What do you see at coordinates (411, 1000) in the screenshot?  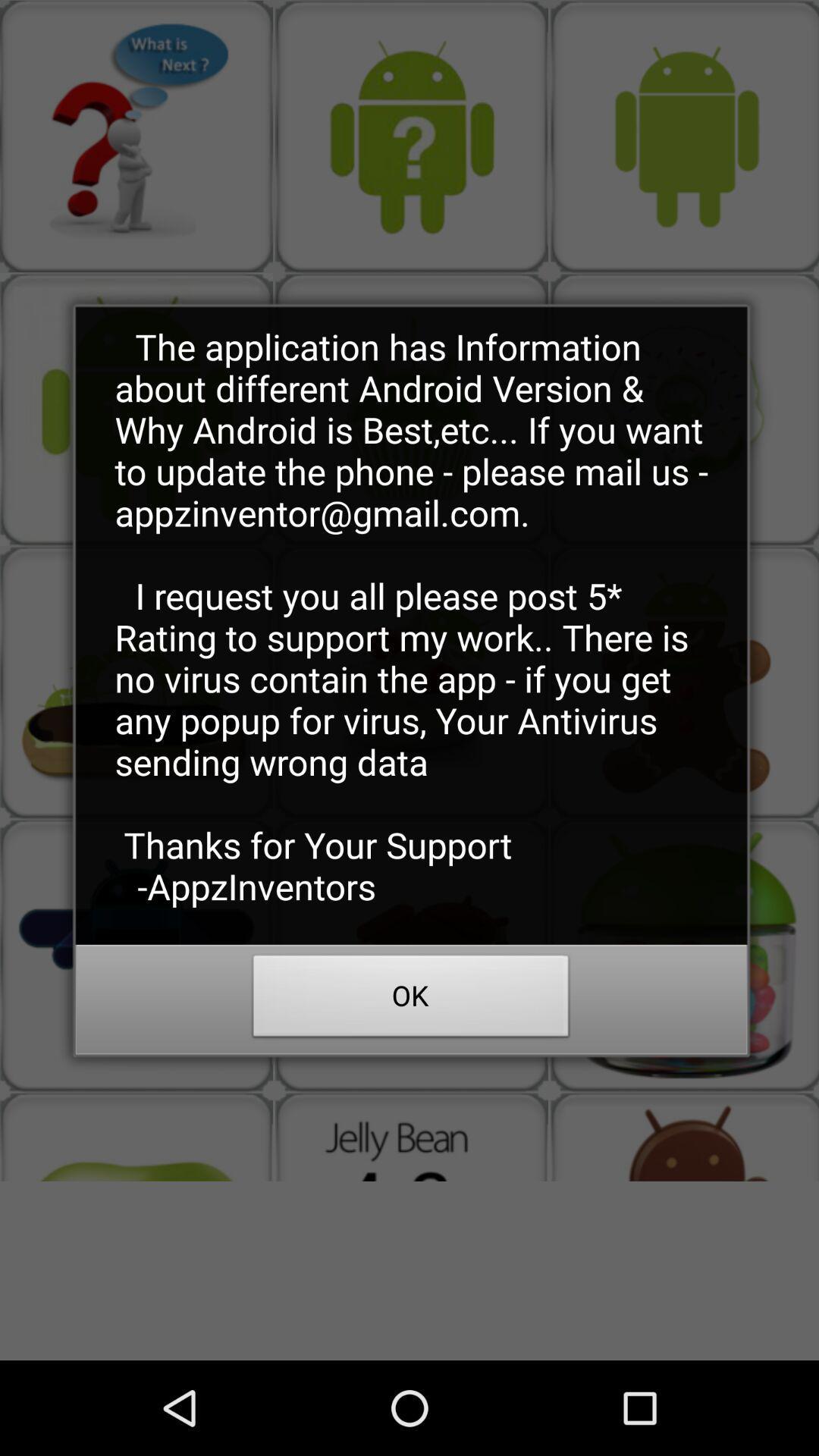 I see `ok button` at bounding box center [411, 1000].